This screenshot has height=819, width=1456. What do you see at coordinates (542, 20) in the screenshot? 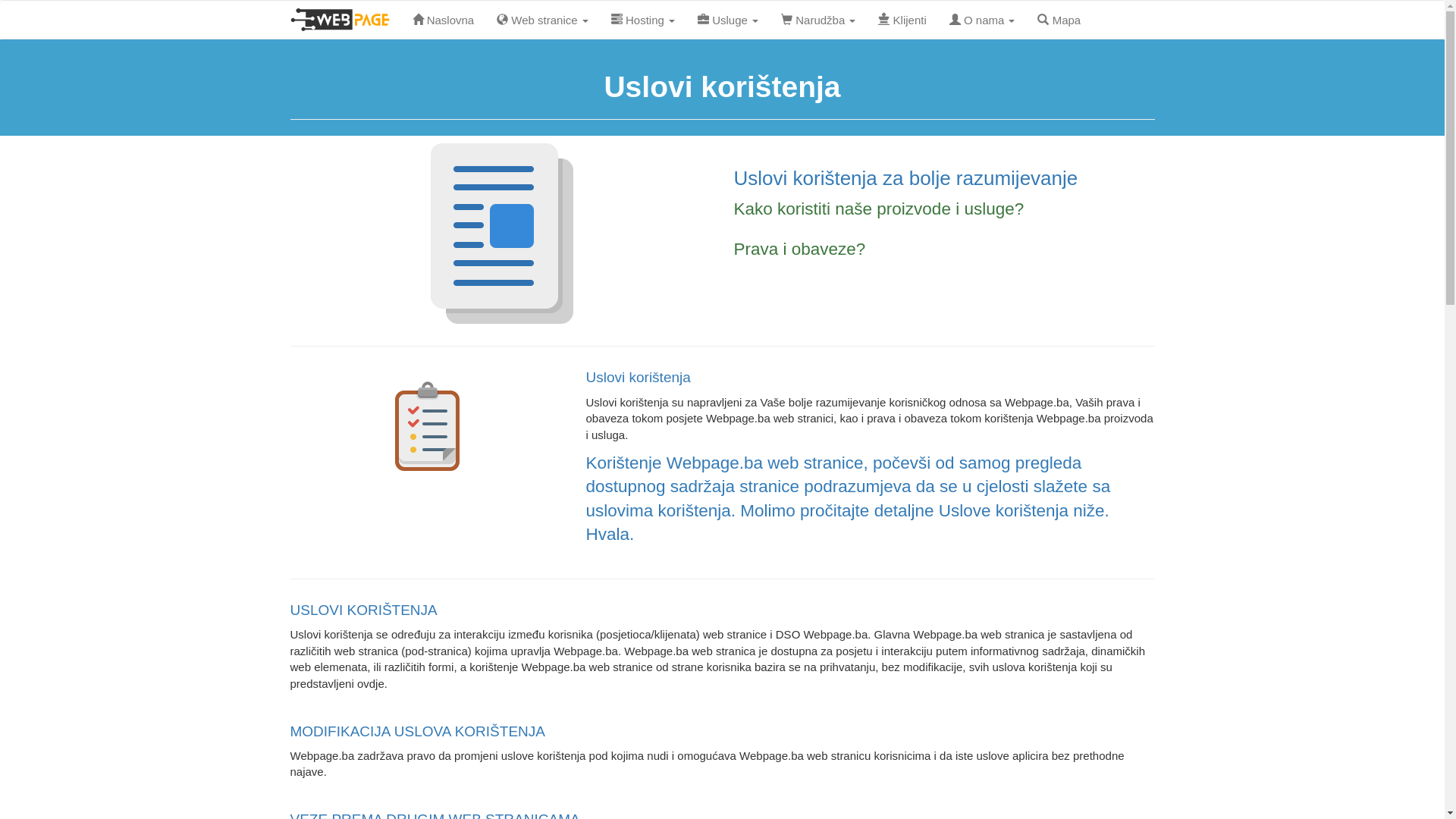
I see `'Web stranice'` at bounding box center [542, 20].